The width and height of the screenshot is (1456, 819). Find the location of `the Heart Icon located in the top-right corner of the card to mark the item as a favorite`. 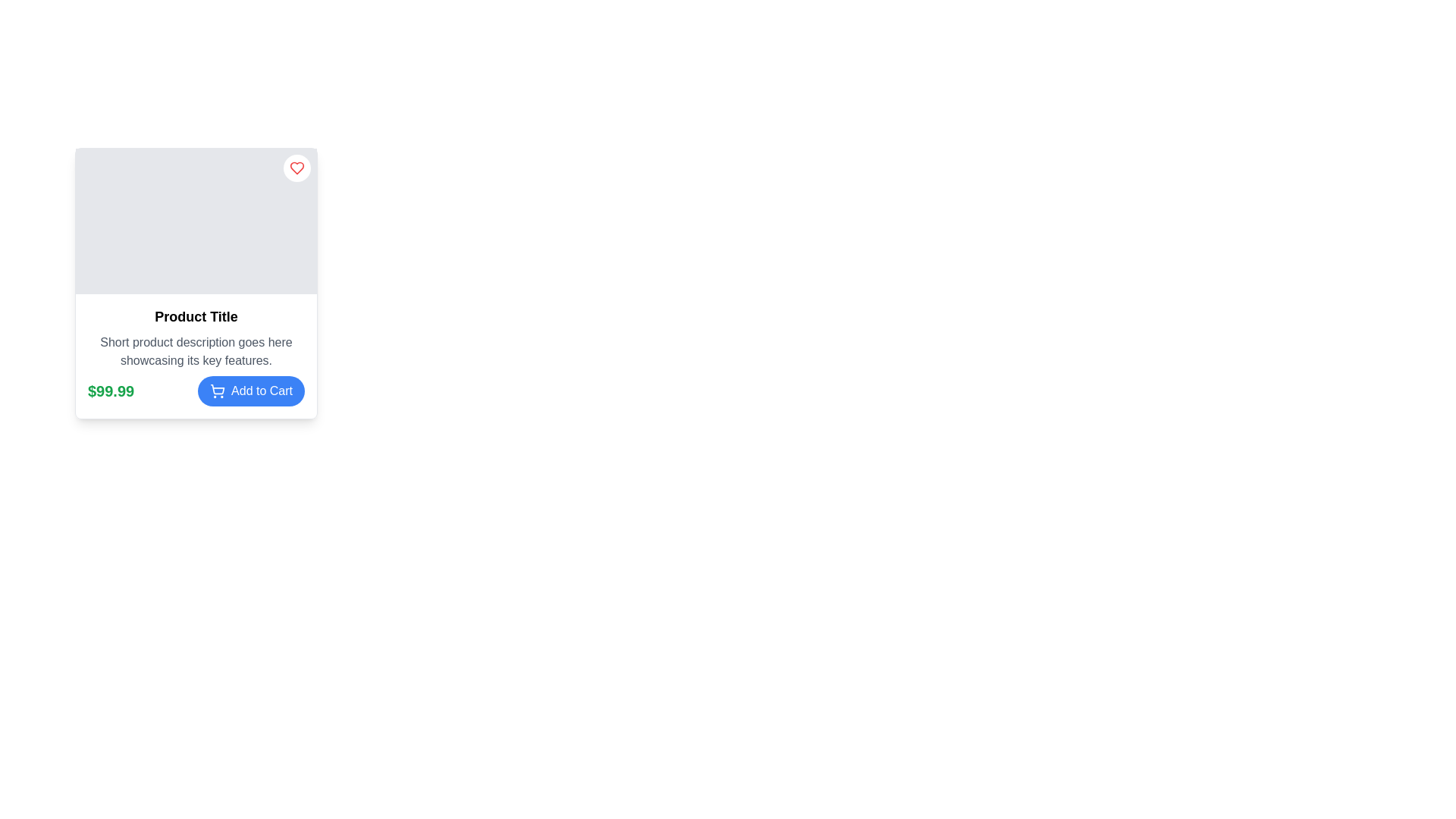

the Heart Icon located in the top-right corner of the card to mark the item as a favorite is located at coordinates (297, 168).